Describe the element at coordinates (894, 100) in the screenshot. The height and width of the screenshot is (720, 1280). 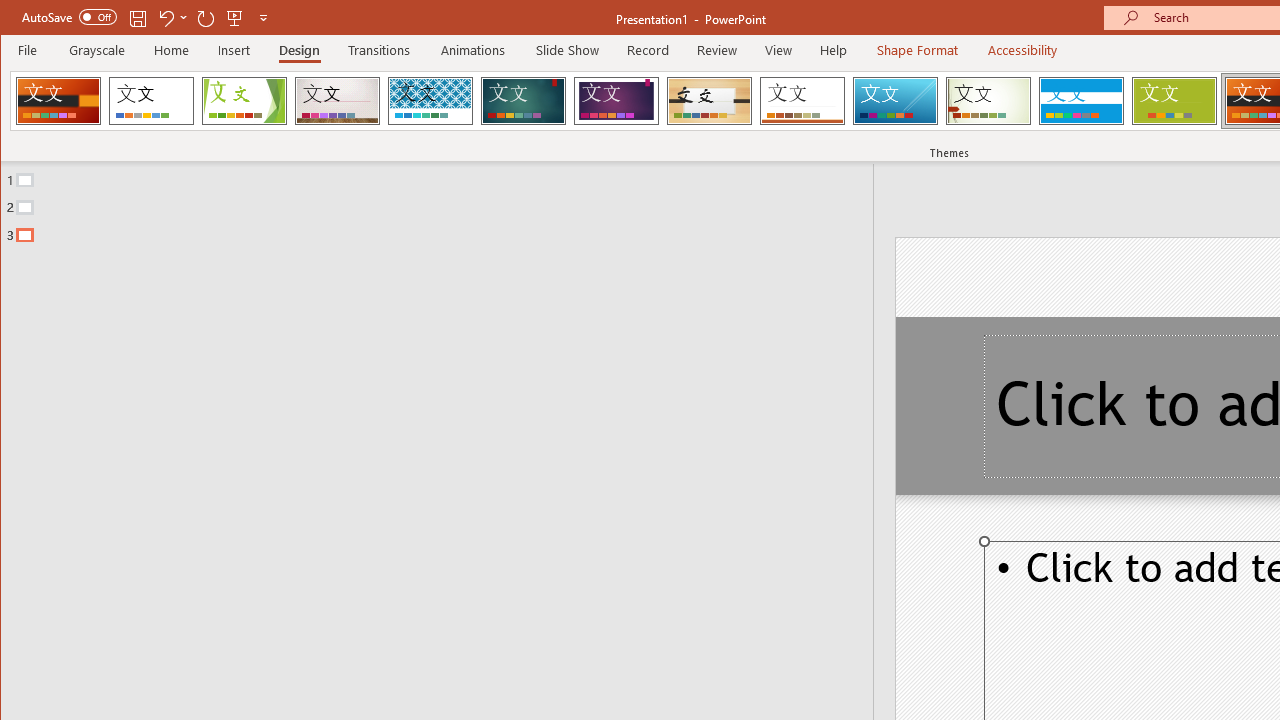
I see `'Slice'` at that location.